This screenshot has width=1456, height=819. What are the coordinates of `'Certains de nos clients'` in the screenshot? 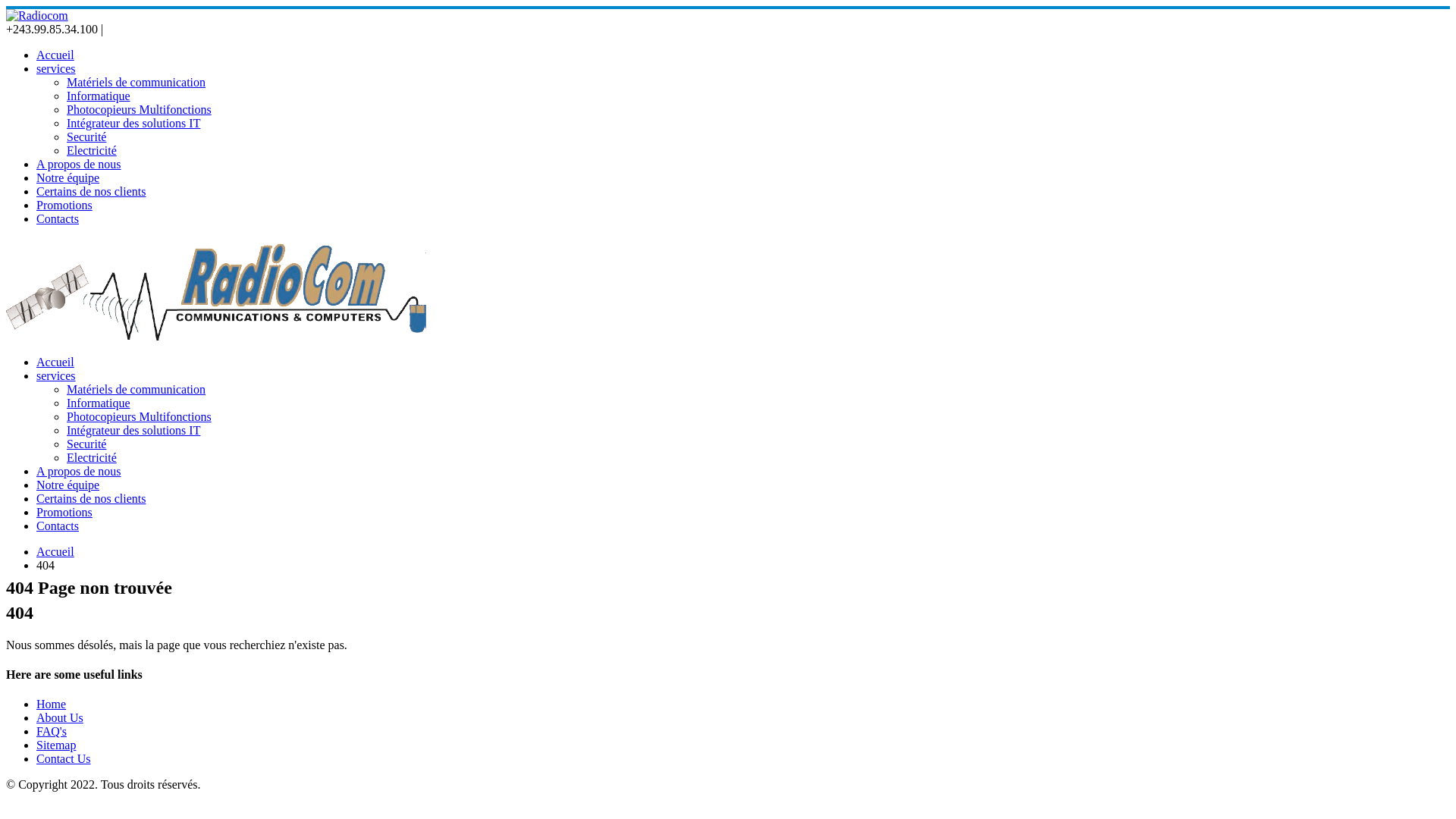 It's located at (36, 190).